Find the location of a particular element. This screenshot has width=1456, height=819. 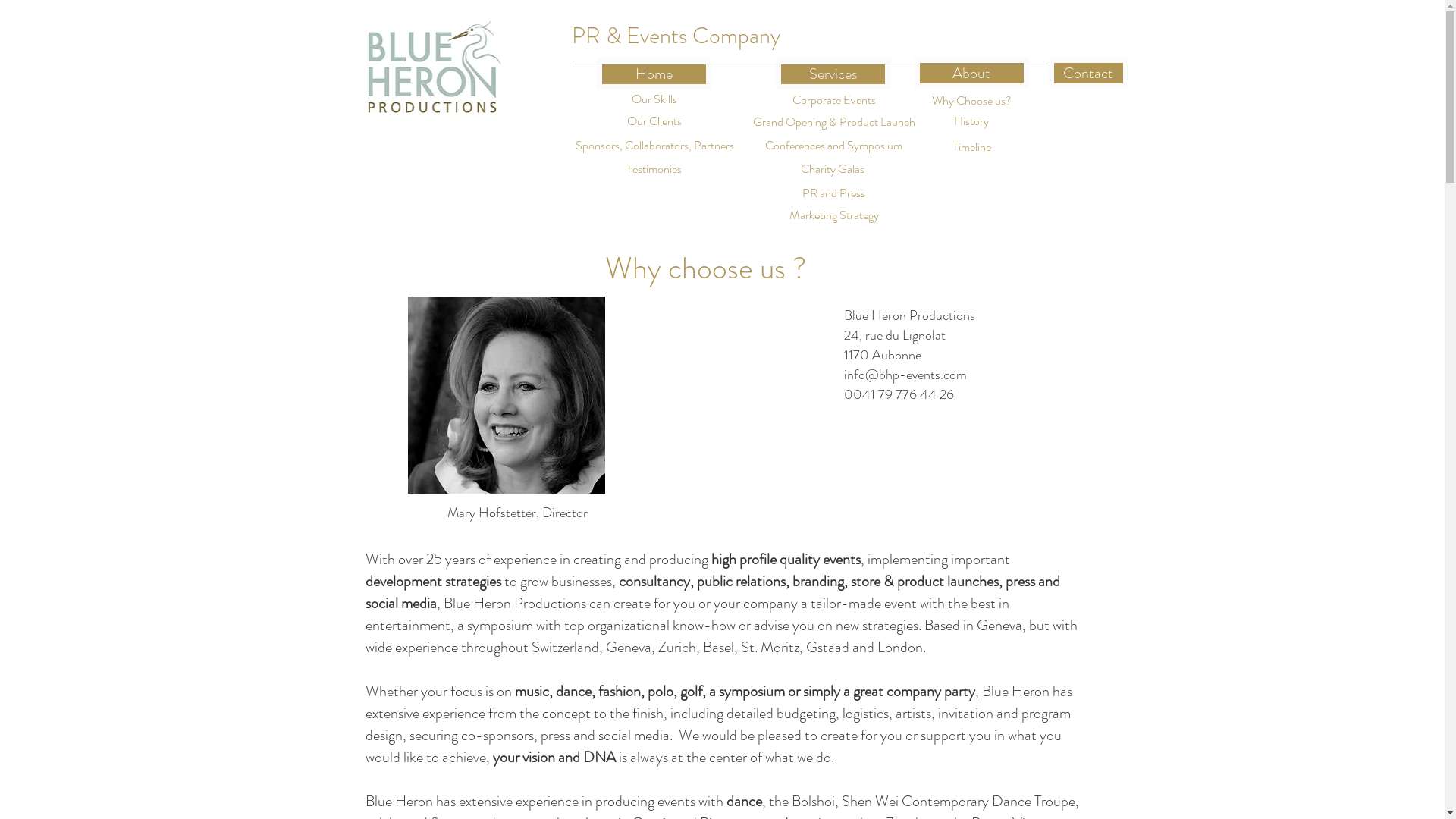

'Contact' is located at coordinates (1087, 73).